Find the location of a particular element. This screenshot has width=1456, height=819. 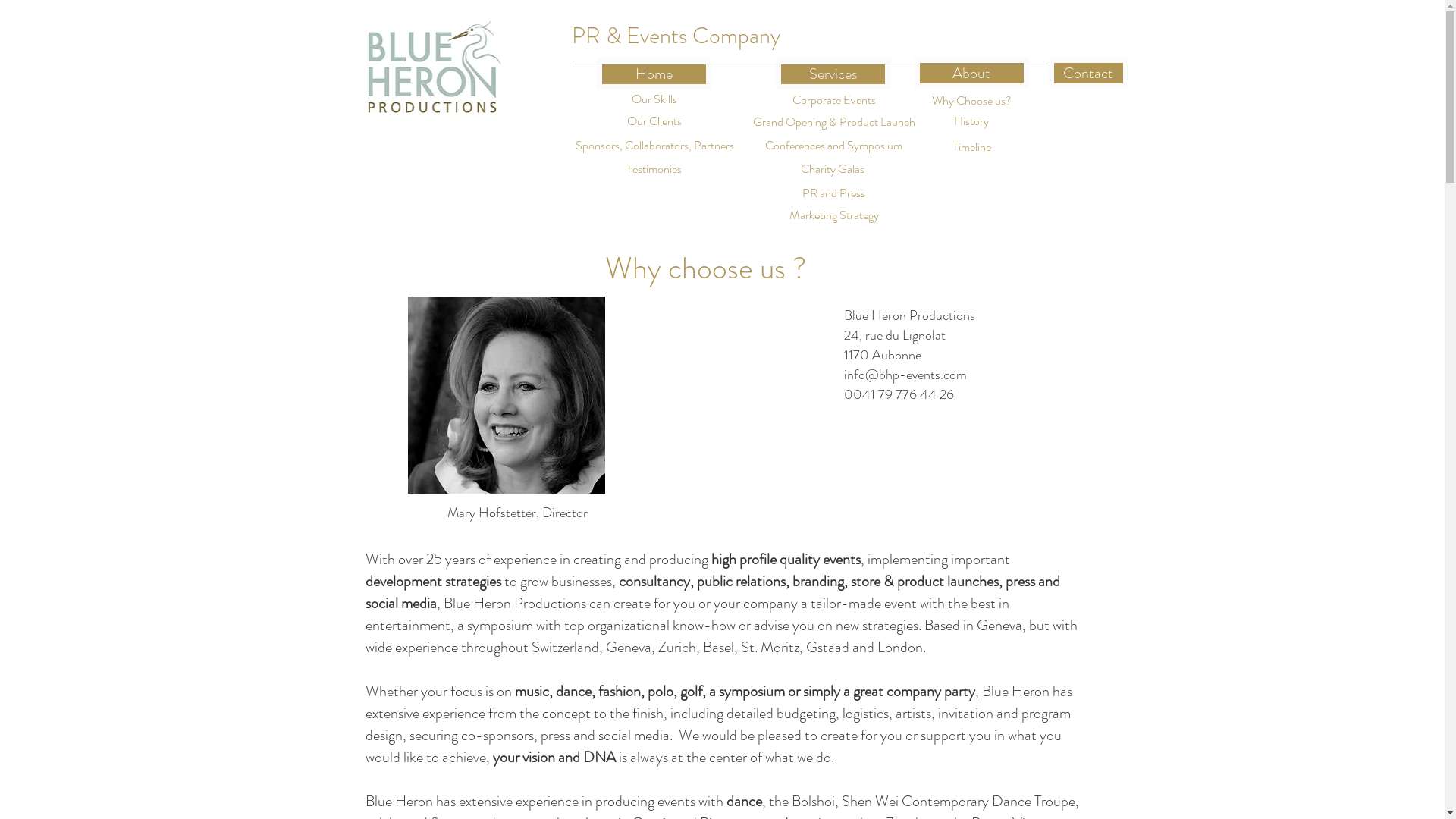

'Contact' is located at coordinates (1087, 73).